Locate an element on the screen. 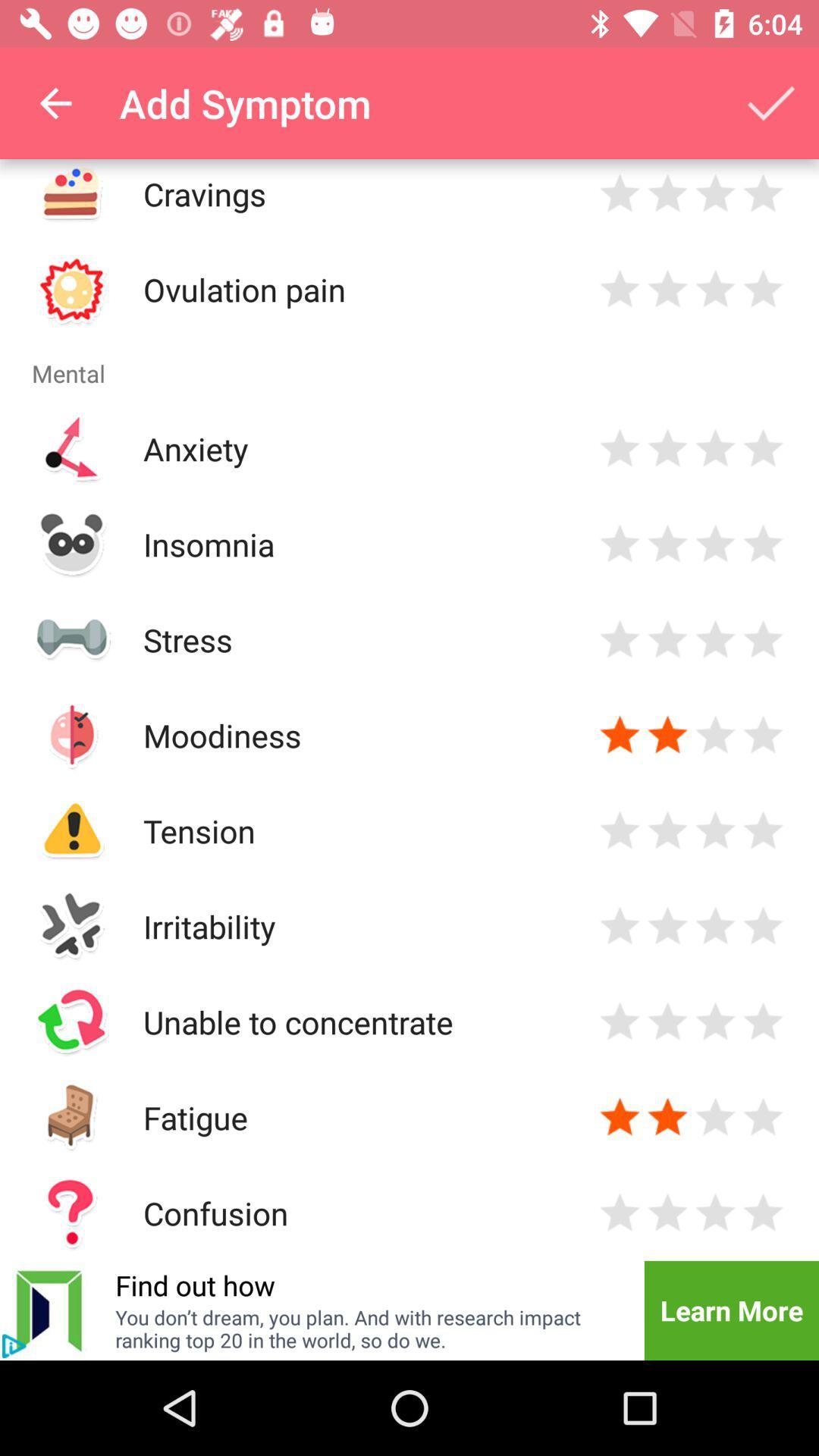 This screenshot has height=1456, width=819. rate four stars is located at coordinates (763, 289).